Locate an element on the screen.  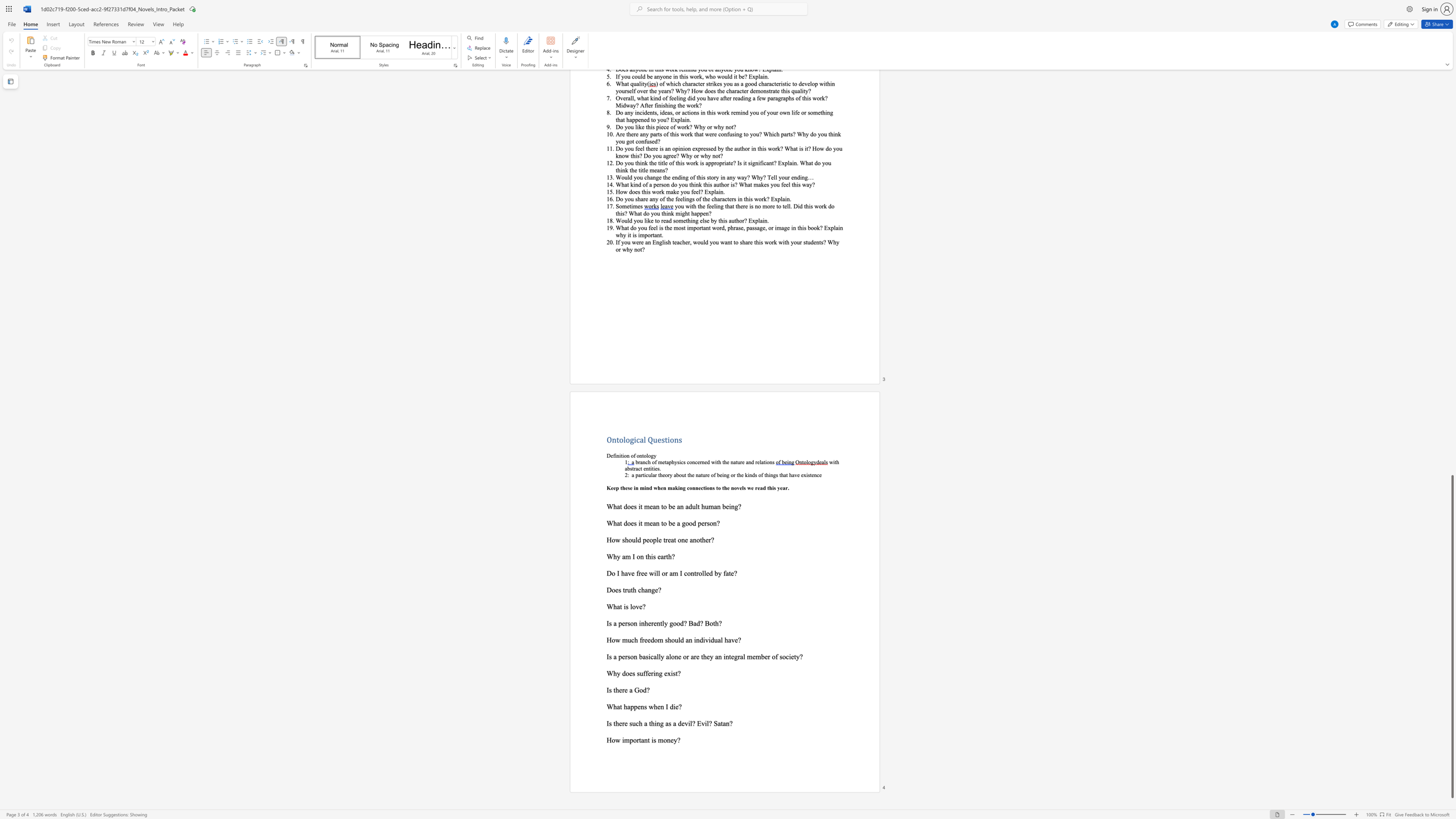
the 2th character "e" in the text is located at coordinates (656, 590).